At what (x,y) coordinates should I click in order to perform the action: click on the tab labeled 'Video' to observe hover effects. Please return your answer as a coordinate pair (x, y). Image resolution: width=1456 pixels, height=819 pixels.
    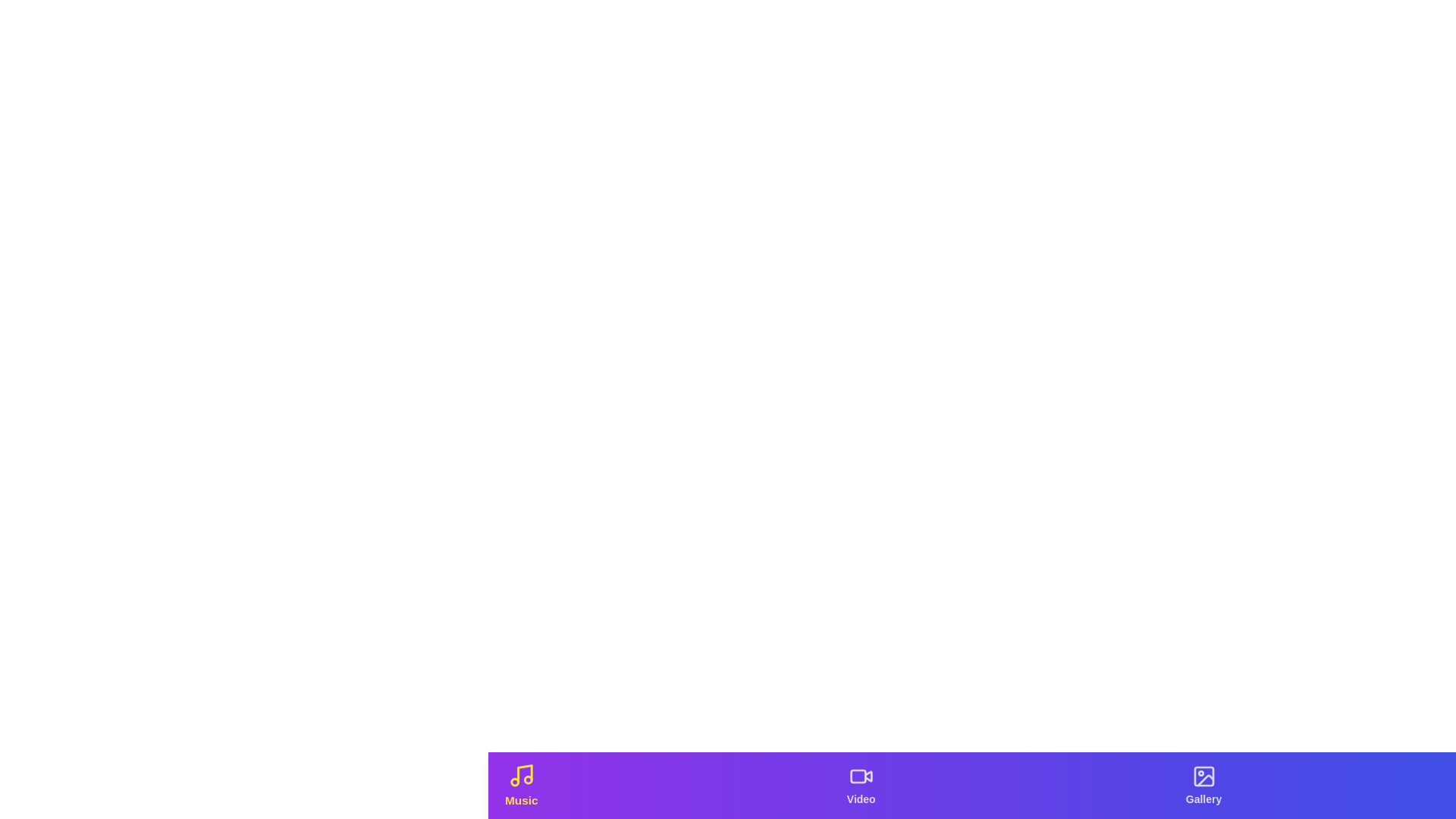
    Looking at the image, I should click on (861, 785).